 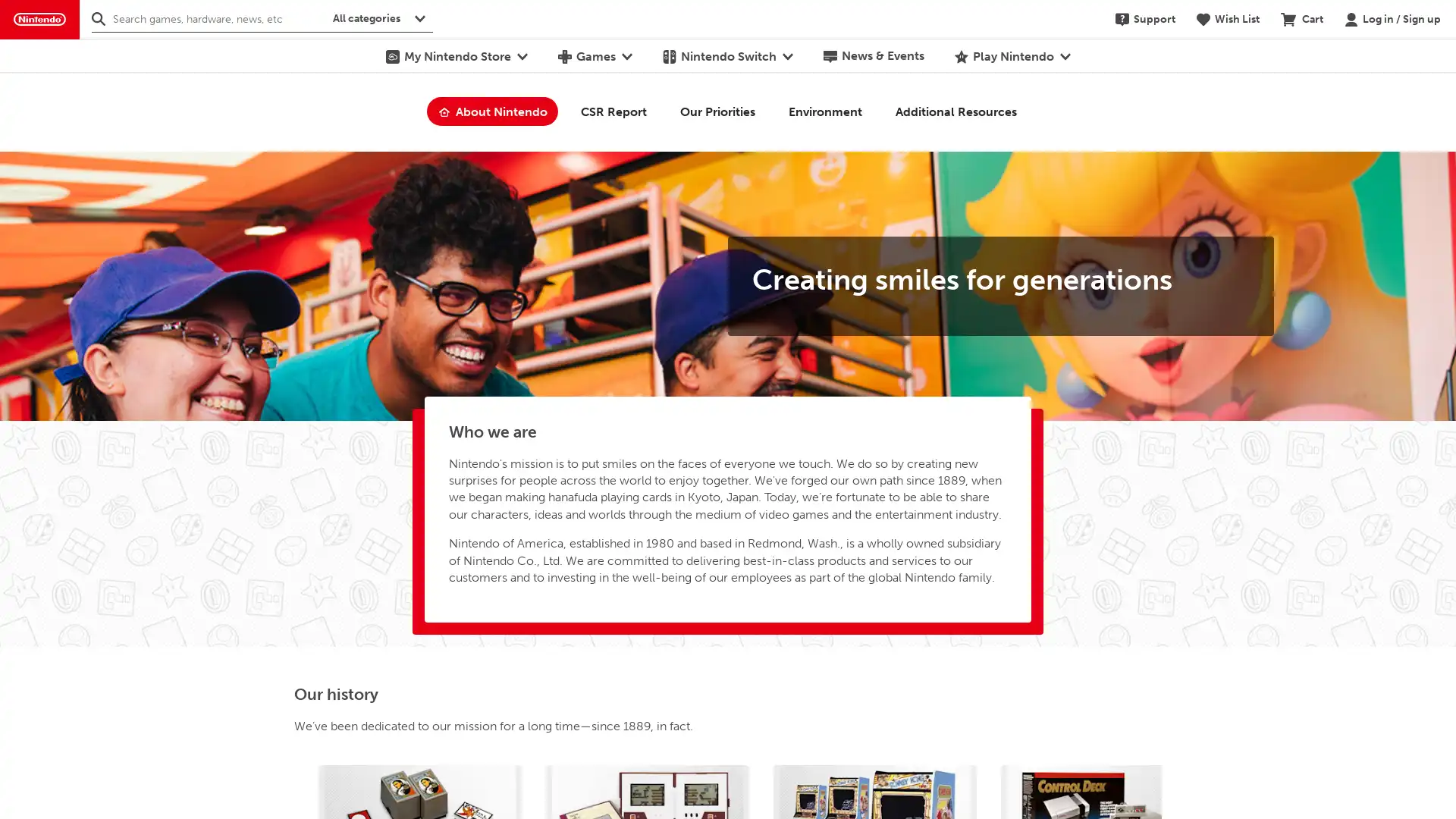 I want to click on Play Nintendo, so click(x=1012, y=55).